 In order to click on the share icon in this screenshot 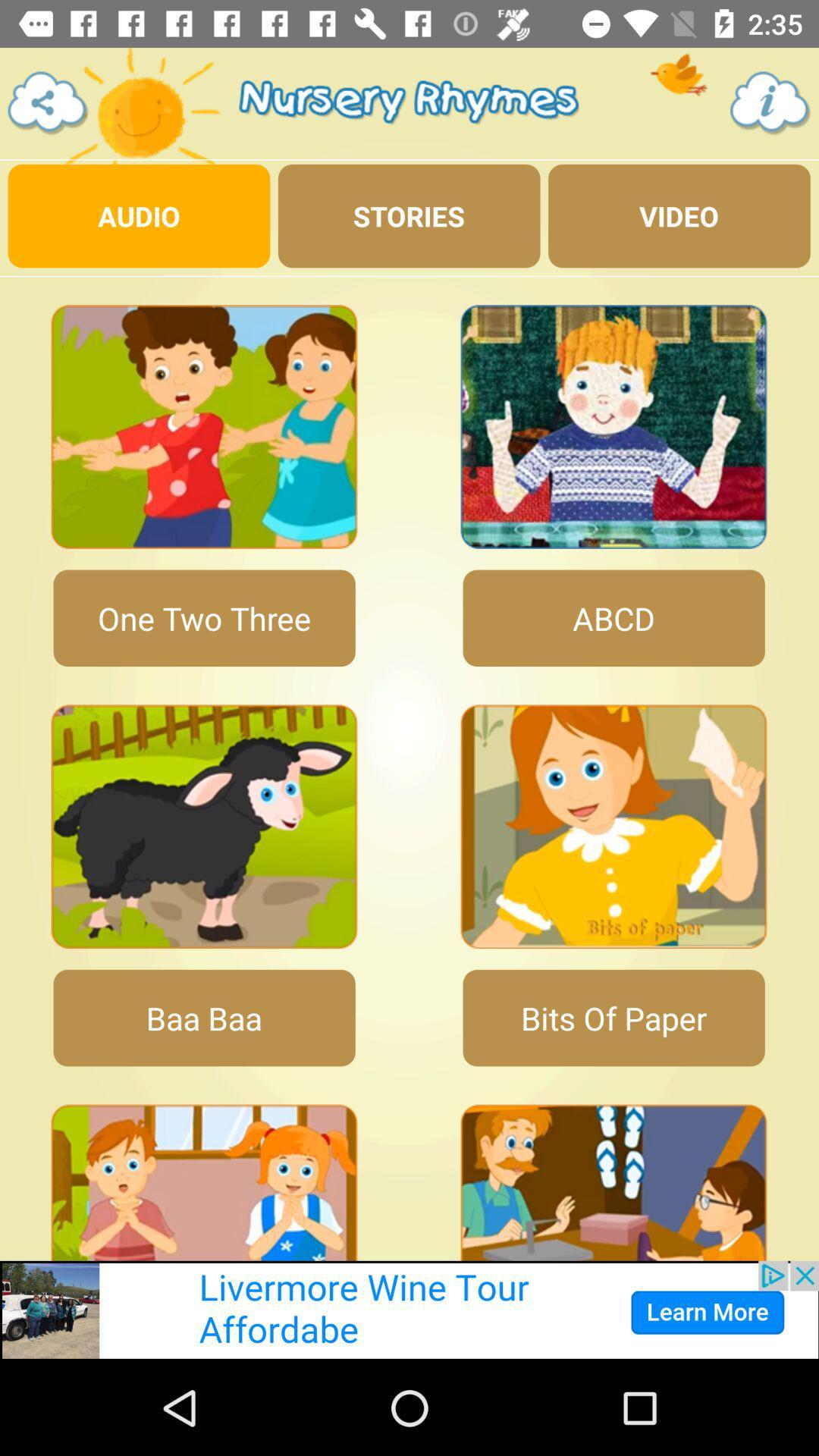, I will do `click(47, 102)`.